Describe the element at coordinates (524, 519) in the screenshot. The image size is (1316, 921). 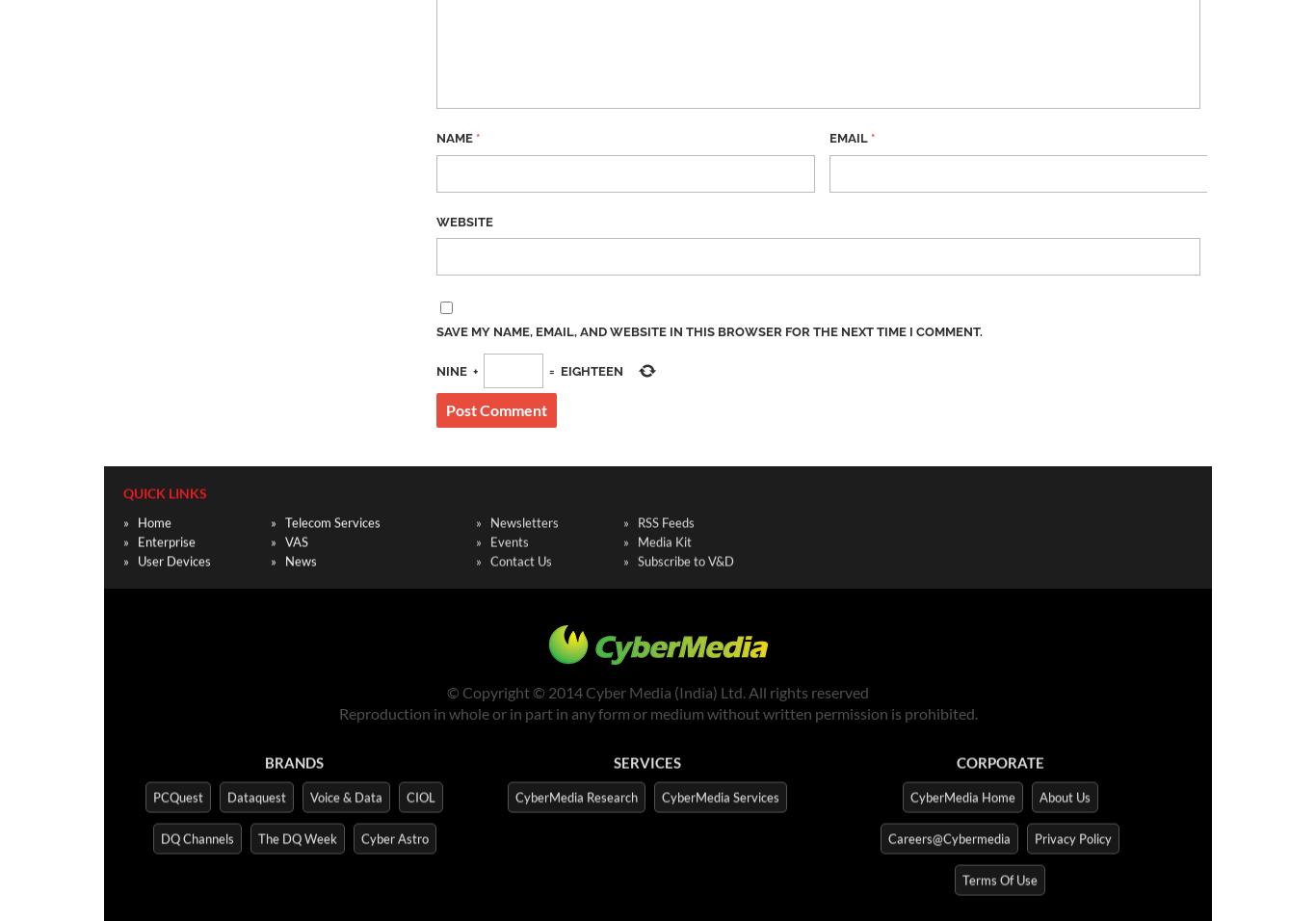
I see `'Newsletters'` at that location.